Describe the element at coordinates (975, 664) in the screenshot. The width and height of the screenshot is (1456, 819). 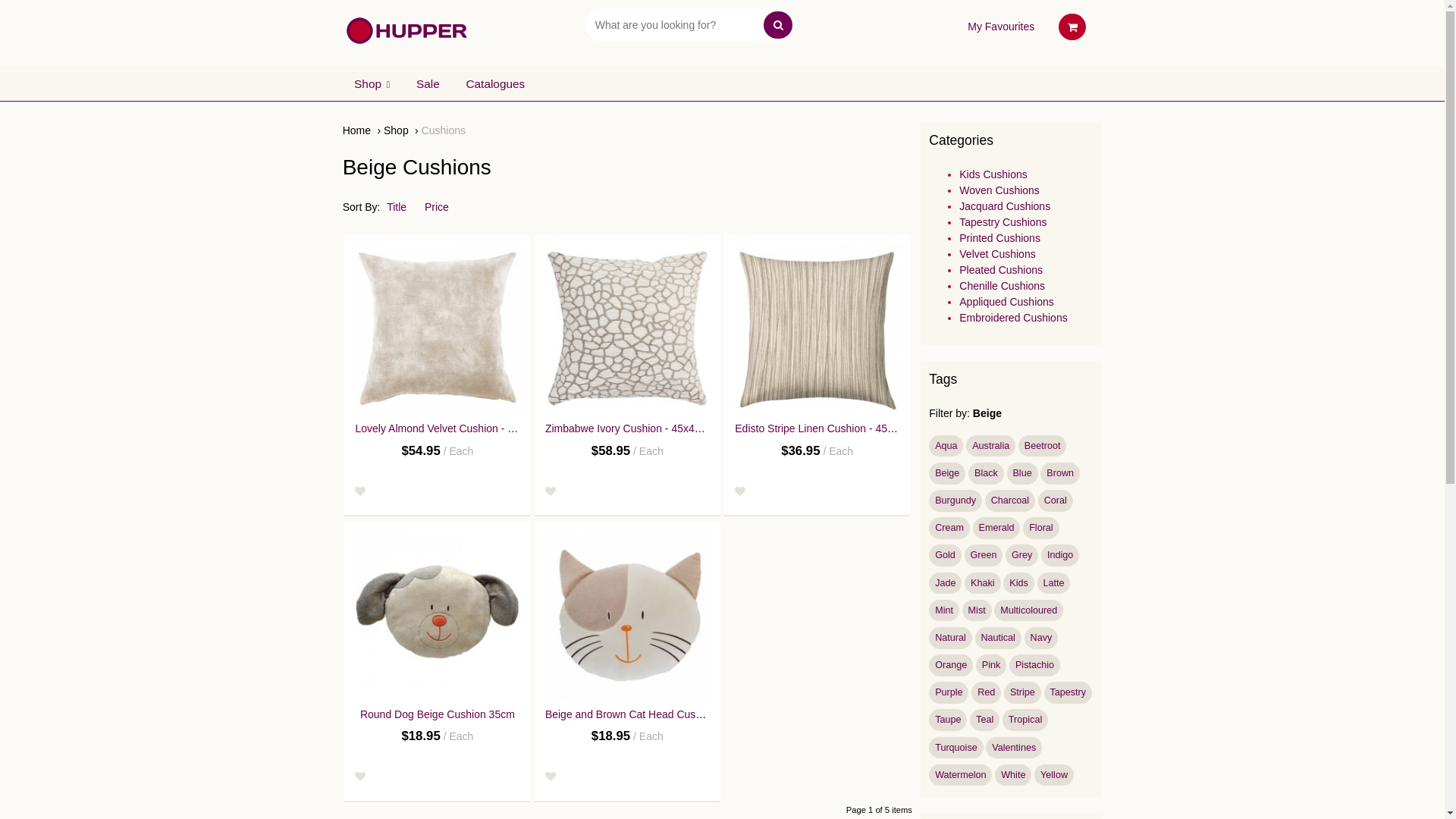
I see `'Pink'` at that location.